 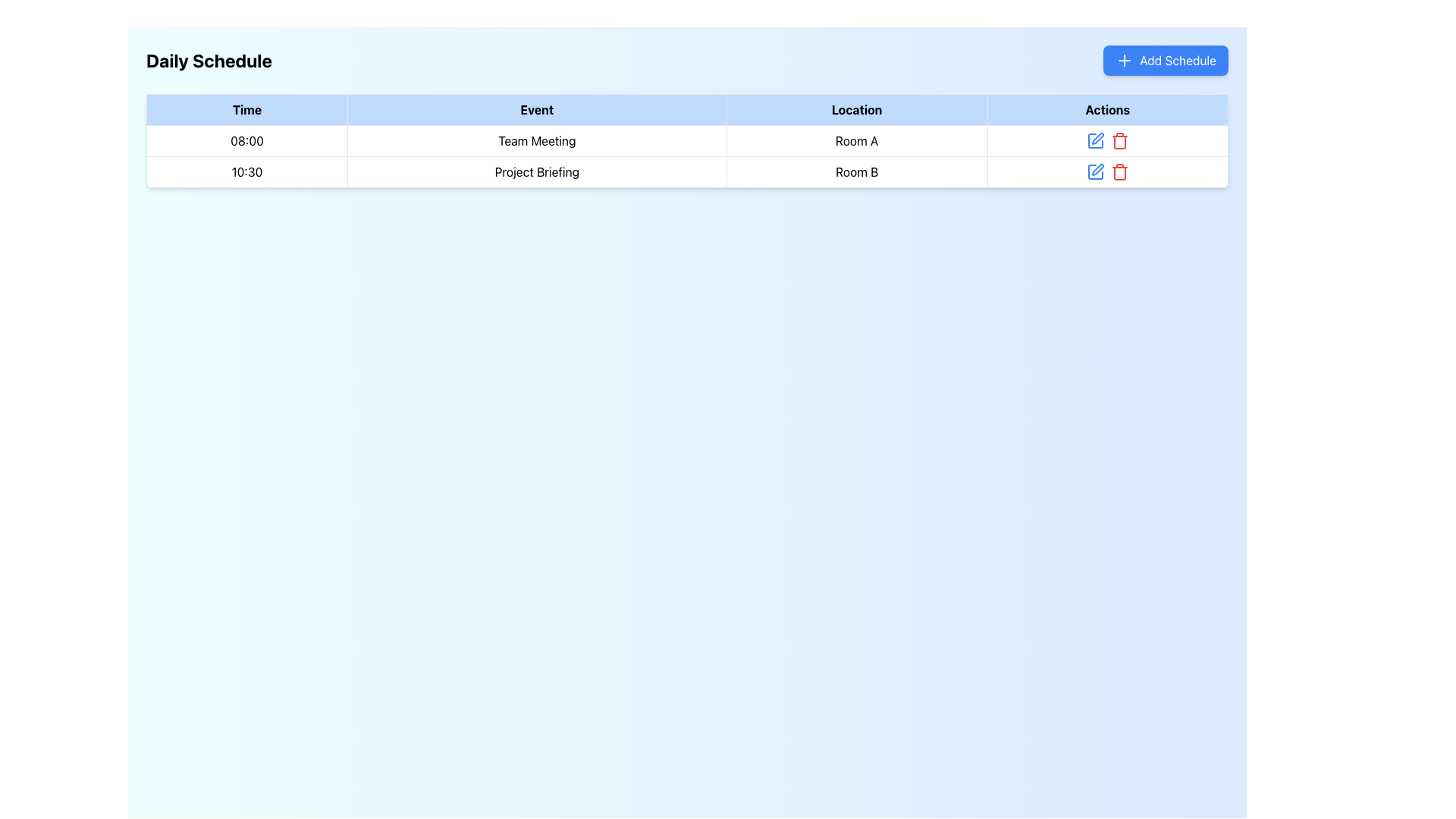 What do you see at coordinates (247, 140) in the screenshot?
I see `the table cell displaying the text '08:00' in the 'Time' column, which is the first cell under the header row` at bounding box center [247, 140].